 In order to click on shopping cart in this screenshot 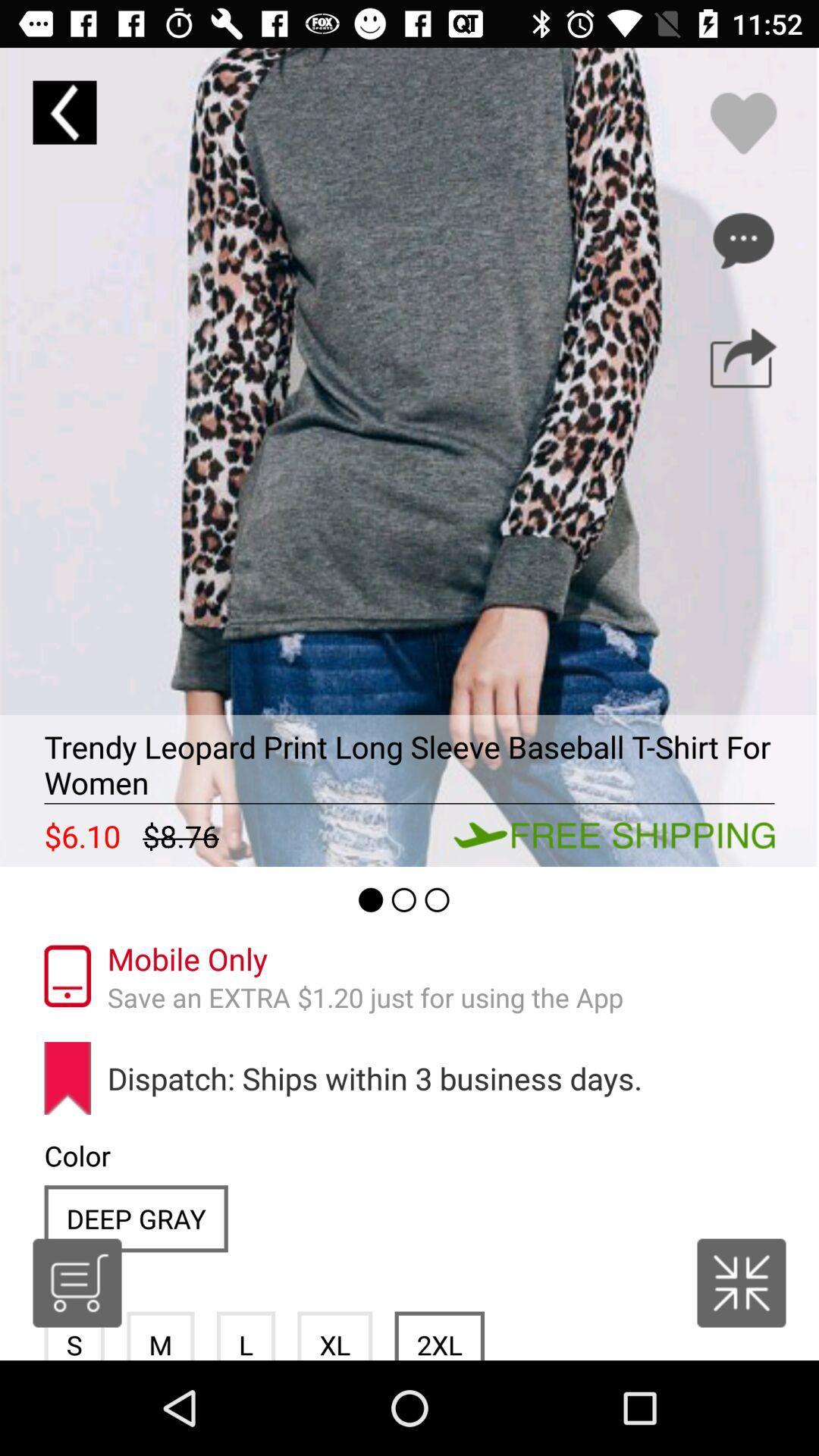, I will do `click(77, 1282)`.